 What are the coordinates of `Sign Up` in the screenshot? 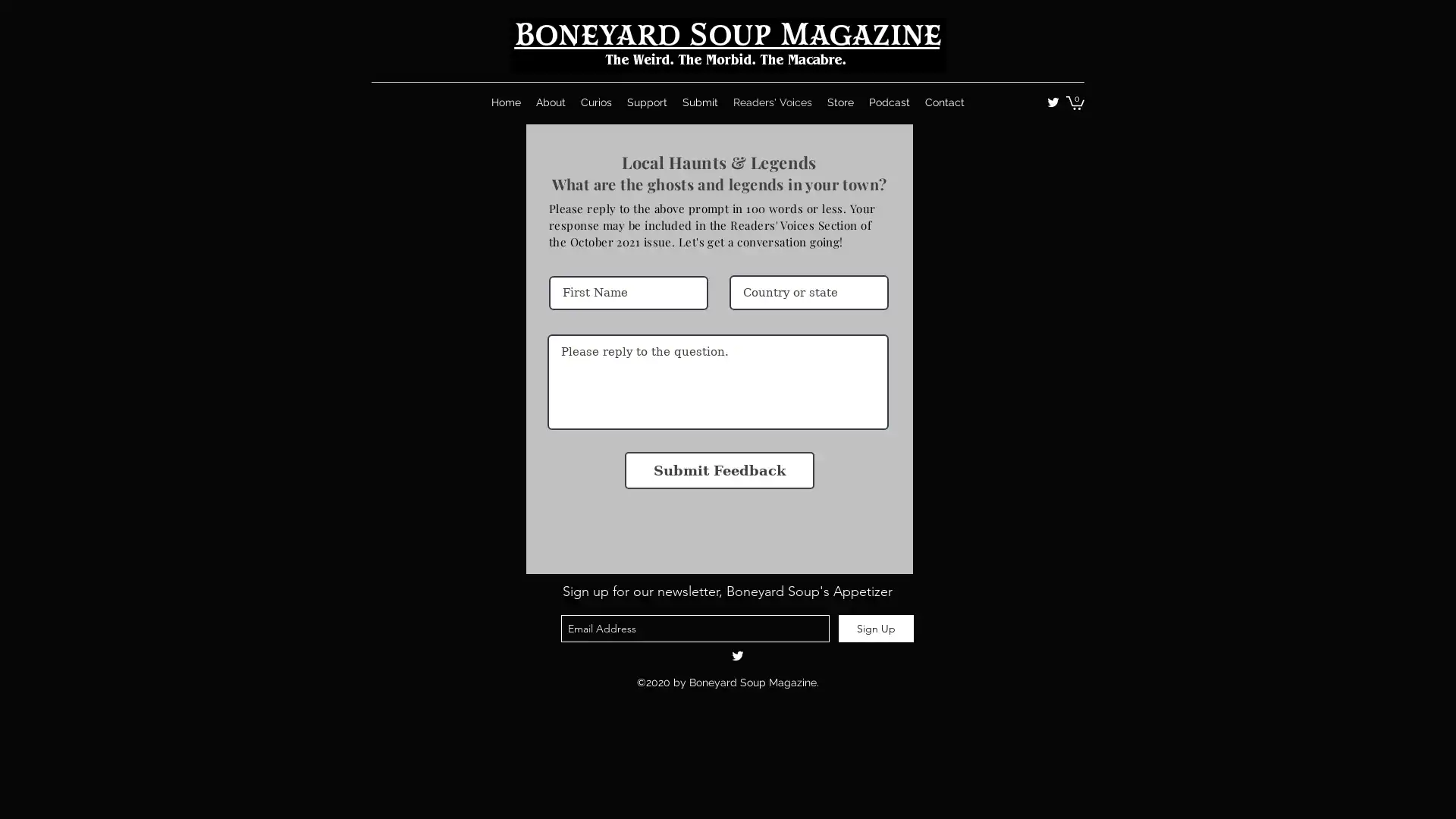 It's located at (876, 629).